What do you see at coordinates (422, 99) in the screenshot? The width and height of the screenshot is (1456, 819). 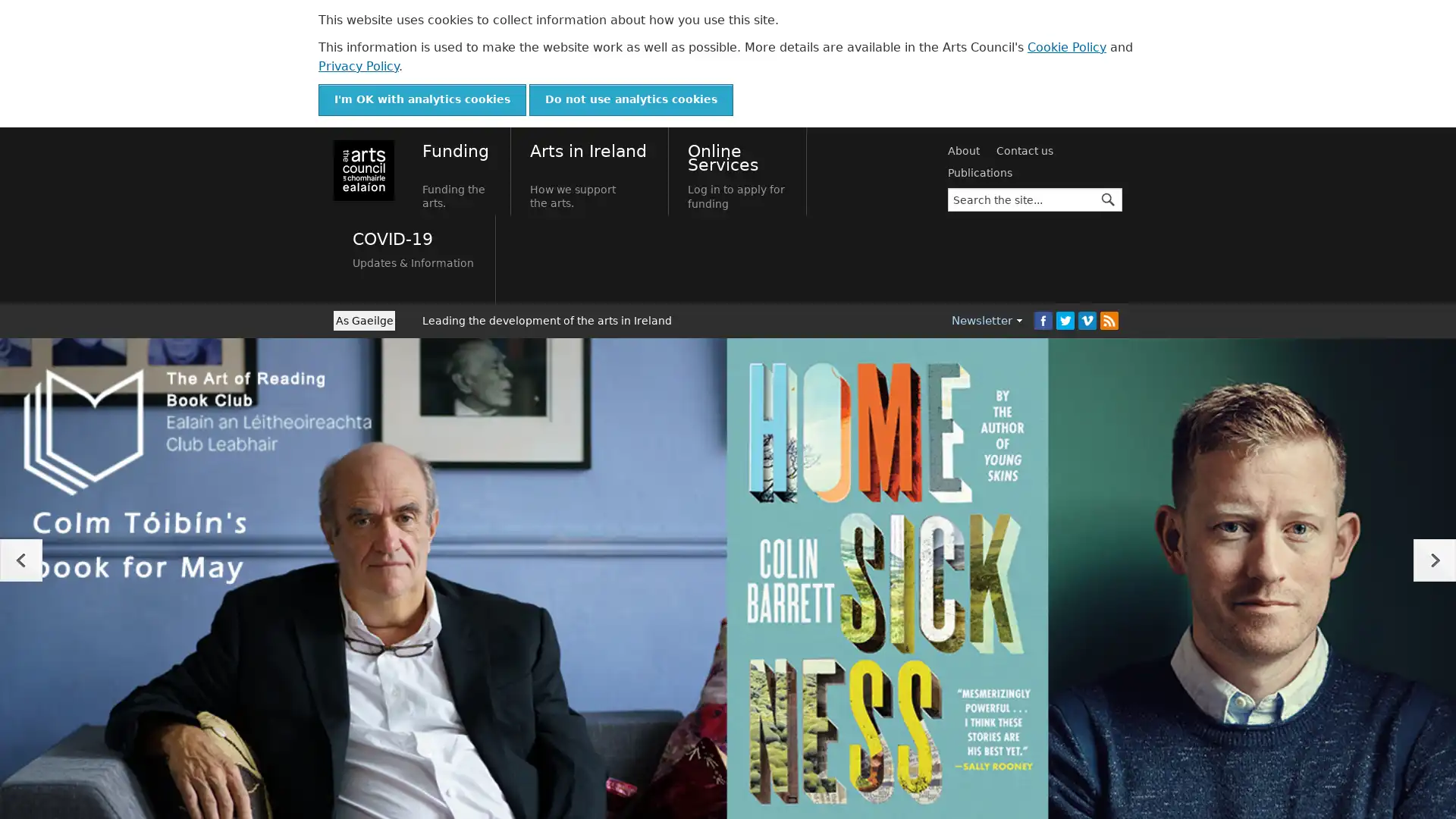 I see `I'm OK with analytics cookies` at bounding box center [422, 99].